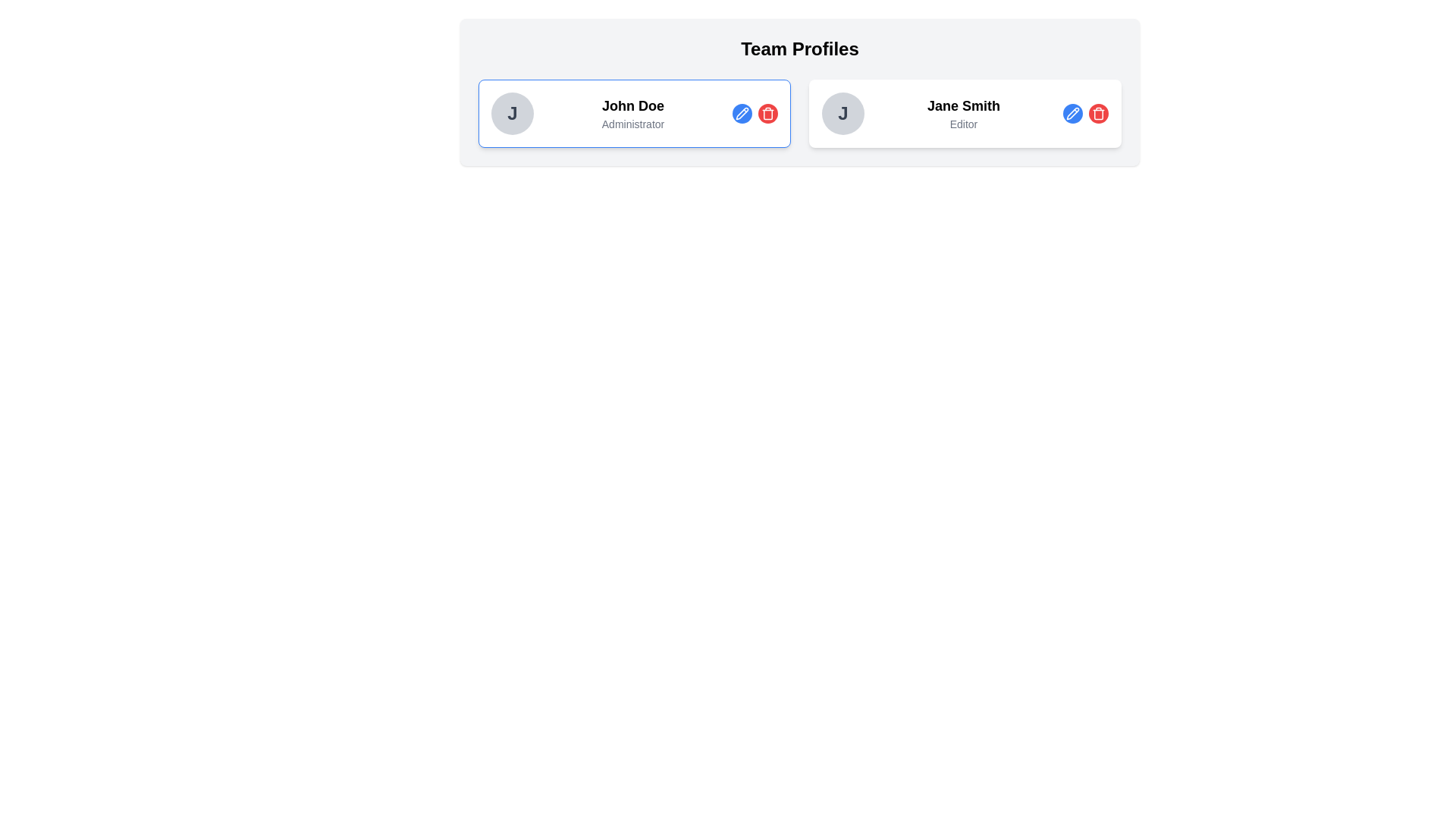  I want to click on the red circular delete button with a white trash can icon located, so click(767, 113).